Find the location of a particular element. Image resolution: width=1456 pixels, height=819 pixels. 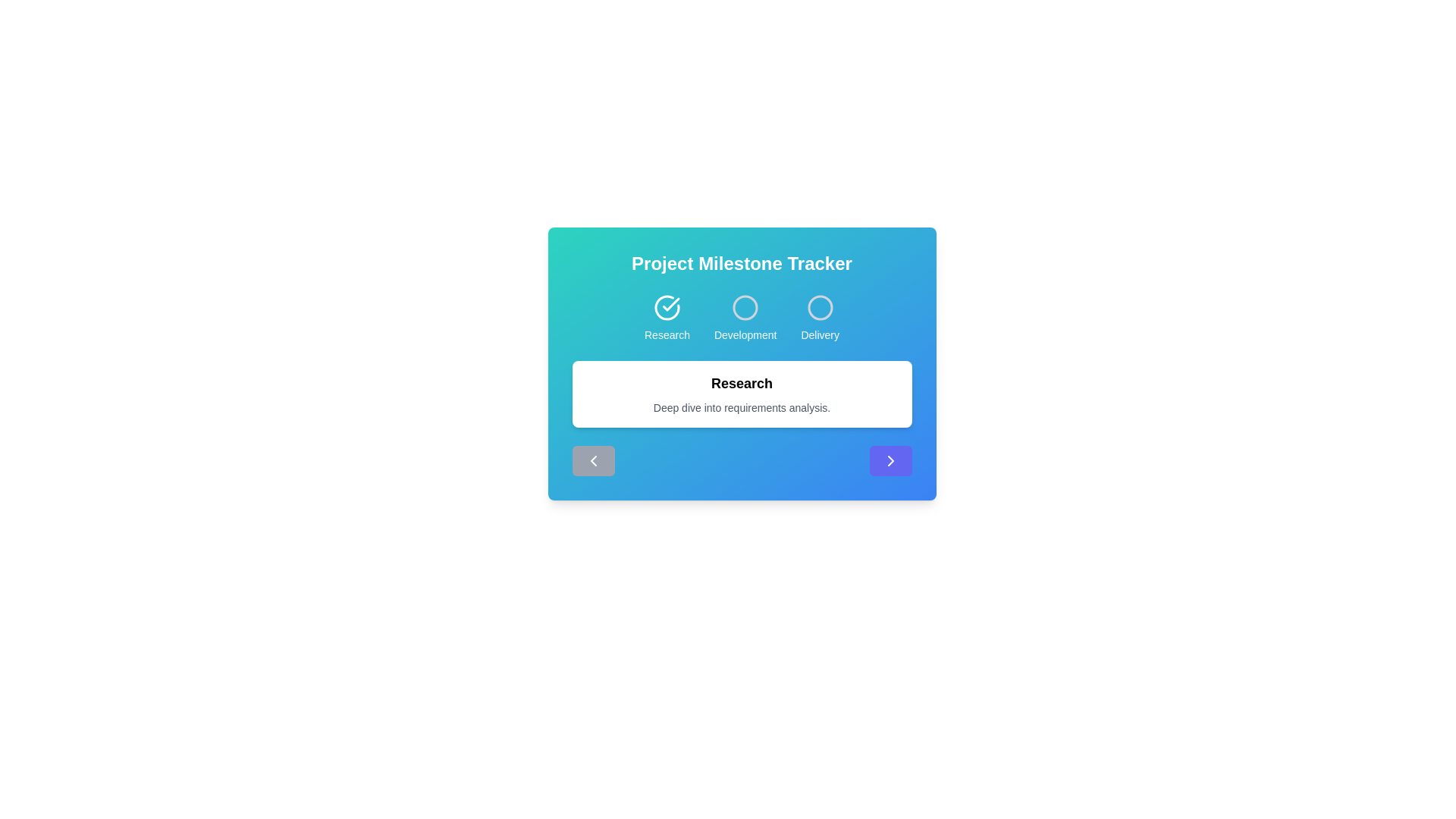

the left-pointing arrow icon, which is a simple, thin, black line located centrally inside a light gray rectangular button in the bottom-left corner of the card interface is located at coordinates (592, 460).